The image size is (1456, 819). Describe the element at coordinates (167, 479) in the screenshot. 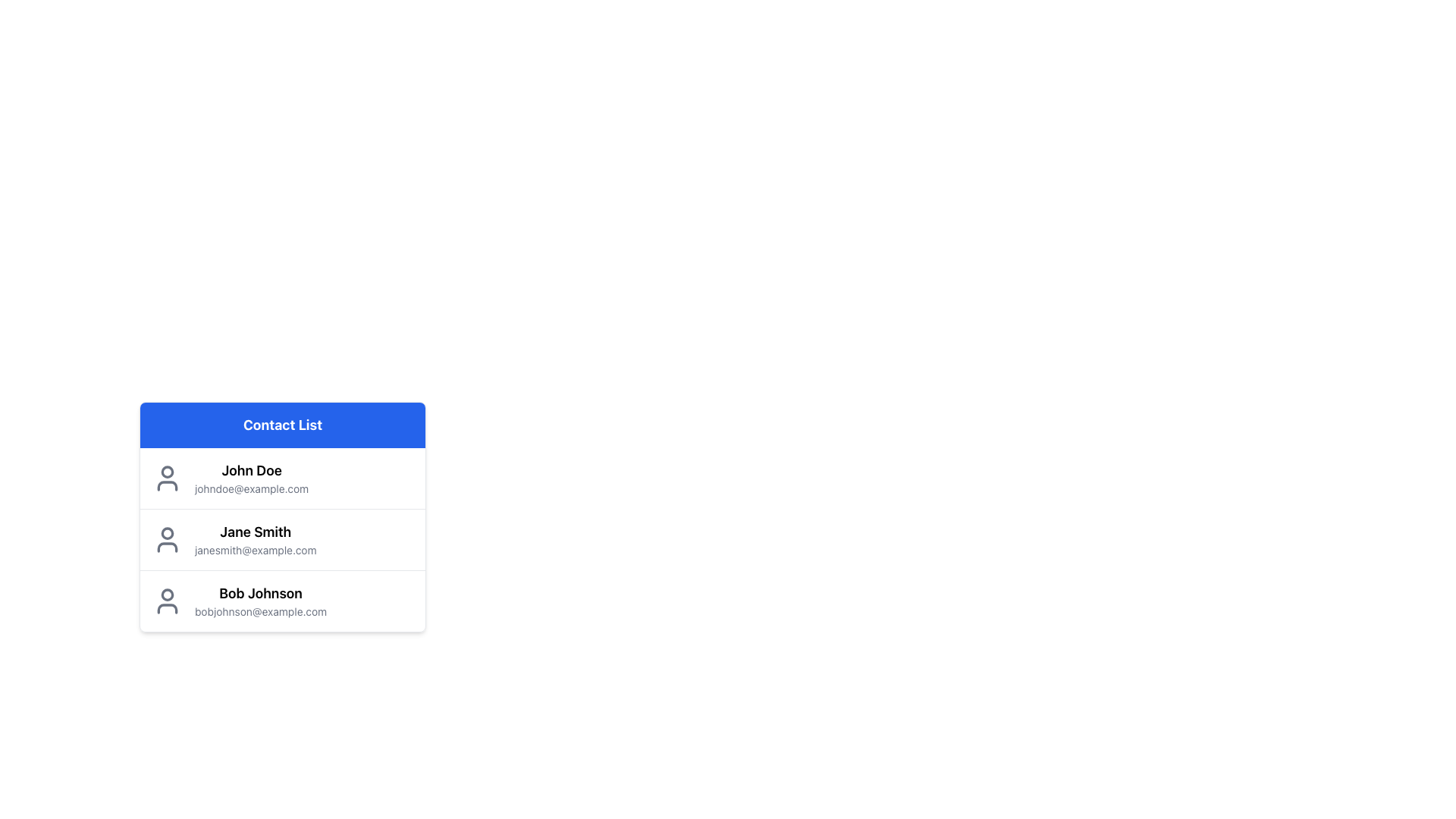

I see `the user icon in the contact list, which features a circular head and a semi-circular body, styled in grey, positioned to the left of the text 'John Doe' and 'johndoe@example.com'` at that location.